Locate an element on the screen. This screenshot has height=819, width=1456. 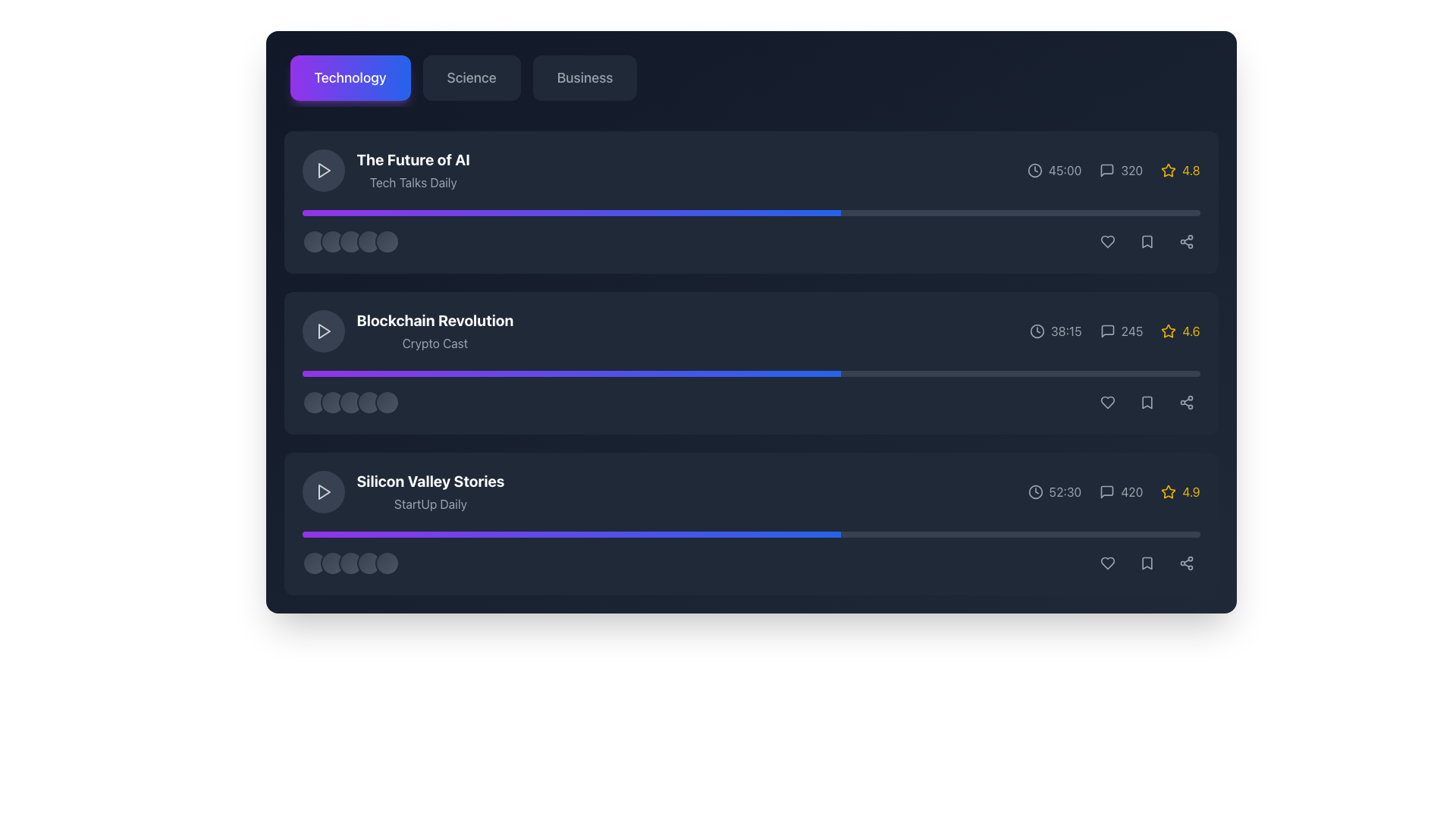
the time icon located to the left of the text '52:30' in the bottommost entry of the list is located at coordinates (1034, 491).